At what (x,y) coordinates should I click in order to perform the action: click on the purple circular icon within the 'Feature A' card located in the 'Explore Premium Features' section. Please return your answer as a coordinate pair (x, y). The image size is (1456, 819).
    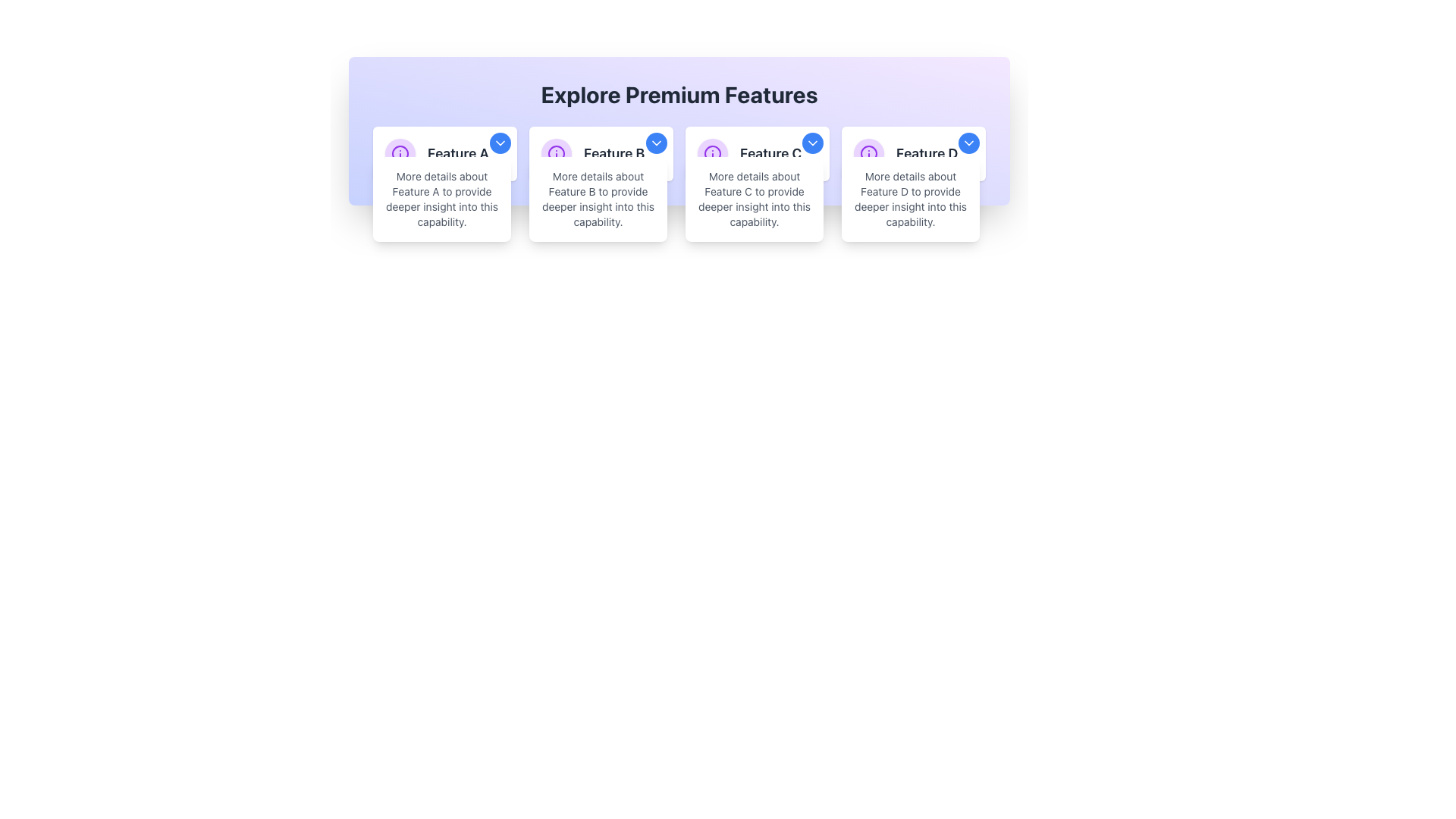
    Looking at the image, I should click on (400, 154).